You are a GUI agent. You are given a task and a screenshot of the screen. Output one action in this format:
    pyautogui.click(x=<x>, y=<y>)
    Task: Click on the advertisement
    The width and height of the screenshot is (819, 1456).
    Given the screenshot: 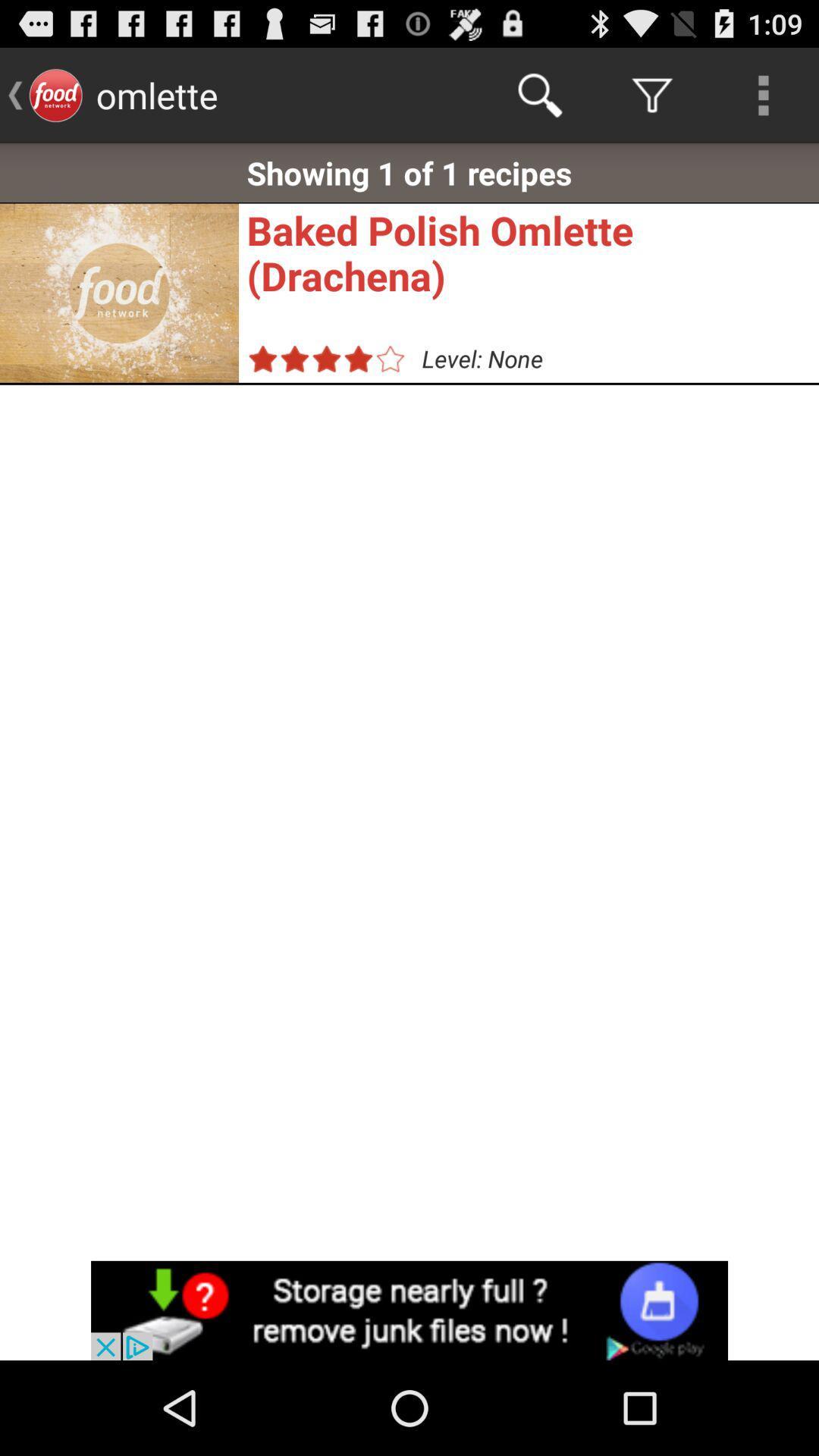 What is the action you would take?
    pyautogui.click(x=409, y=1310)
    